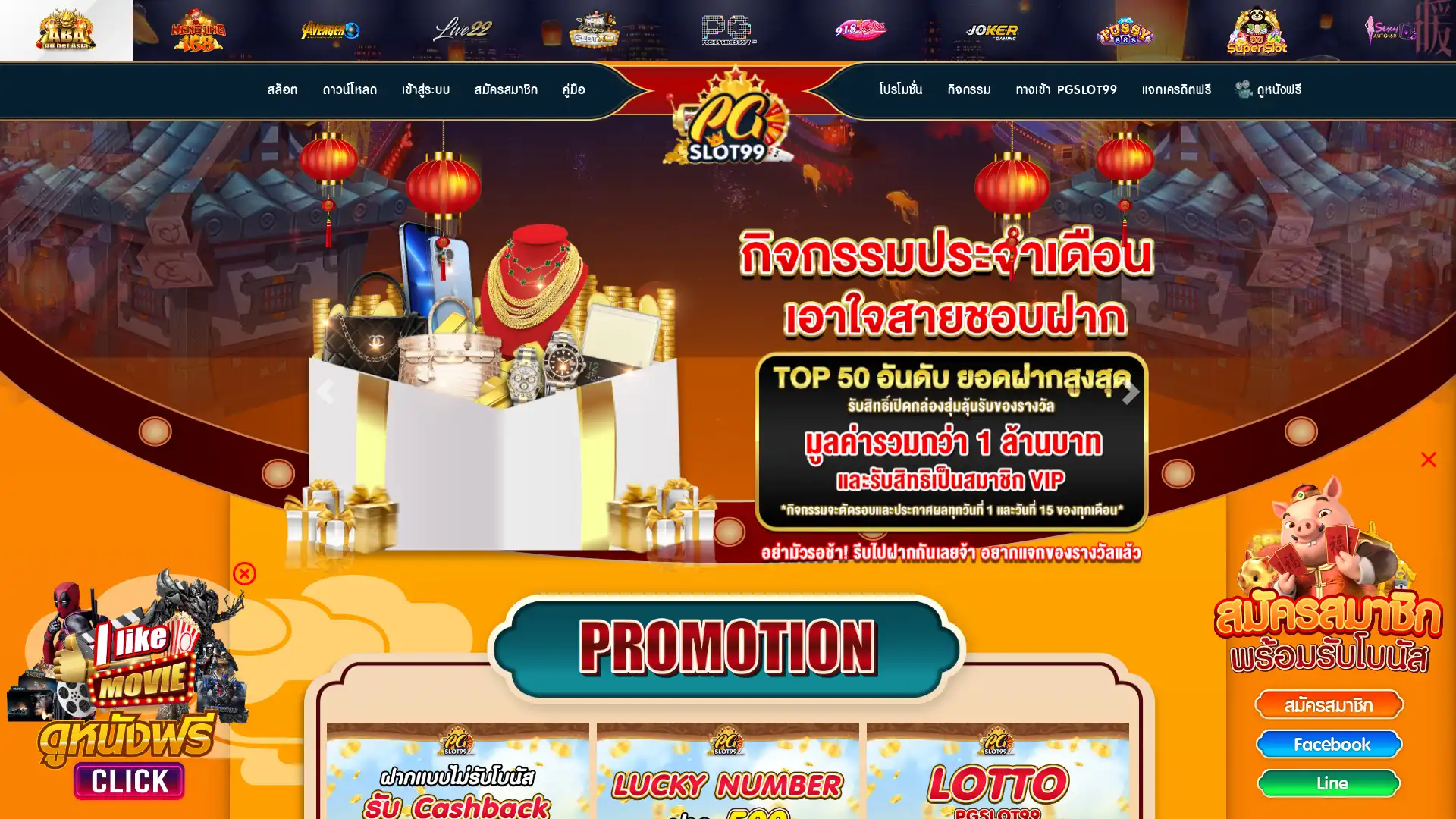 Image resolution: width=1456 pixels, height=819 pixels. Describe the element at coordinates (1131, 388) in the screenshot. I see `Next` at that location.